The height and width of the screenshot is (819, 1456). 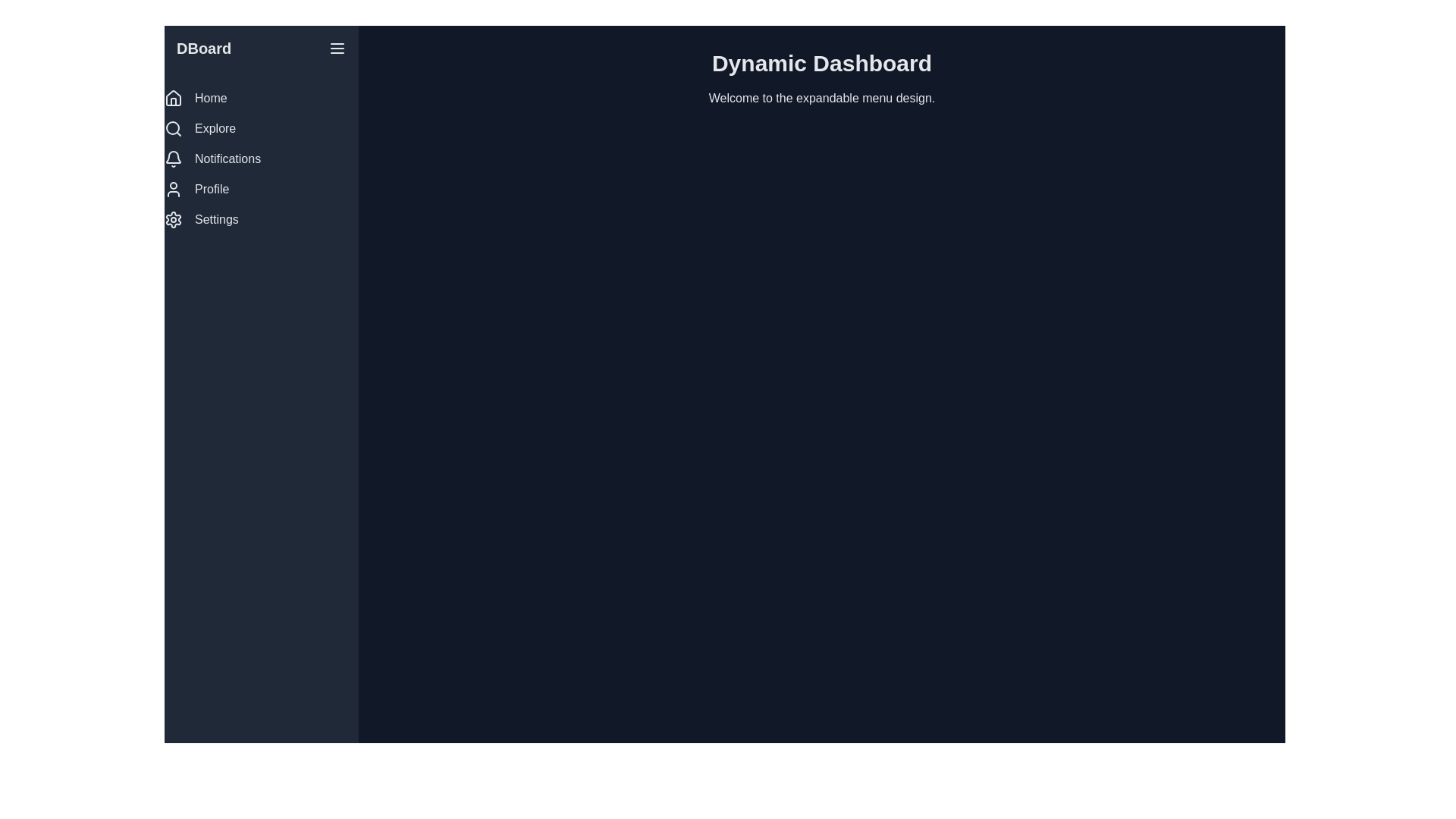 What do you see at coordinates (821, 99) in the screenshot?
I see `the Text label that provides context or information in the user interface, positioned below the header text 'Dynamic Dashboard'` at bounding box center [821, 99].